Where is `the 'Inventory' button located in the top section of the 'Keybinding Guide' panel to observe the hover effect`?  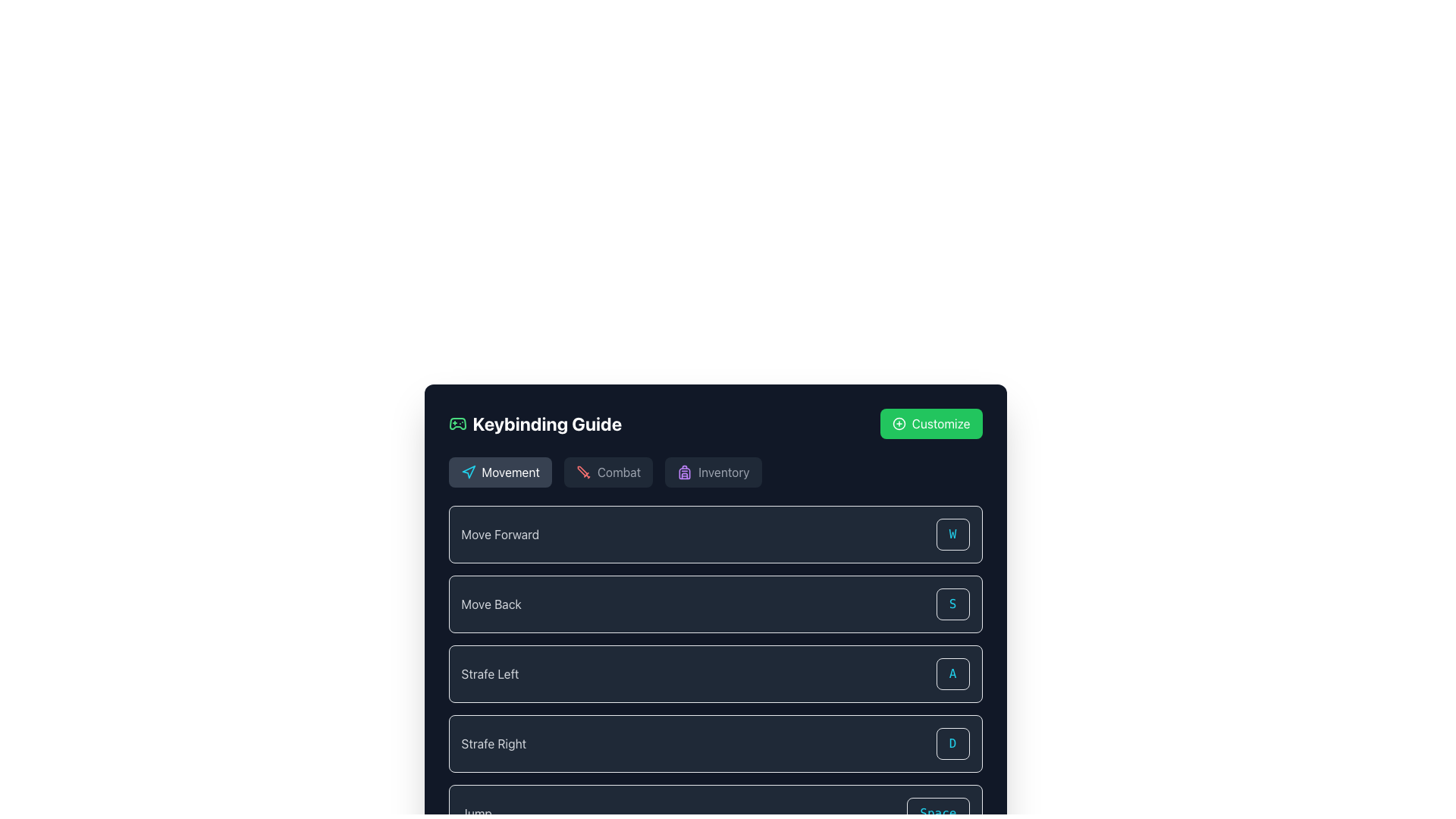 the 'Inventory' button located in the top section of the 'Keybinding Guide' panel to observe the hover effect is located at coordinates (712, 472).